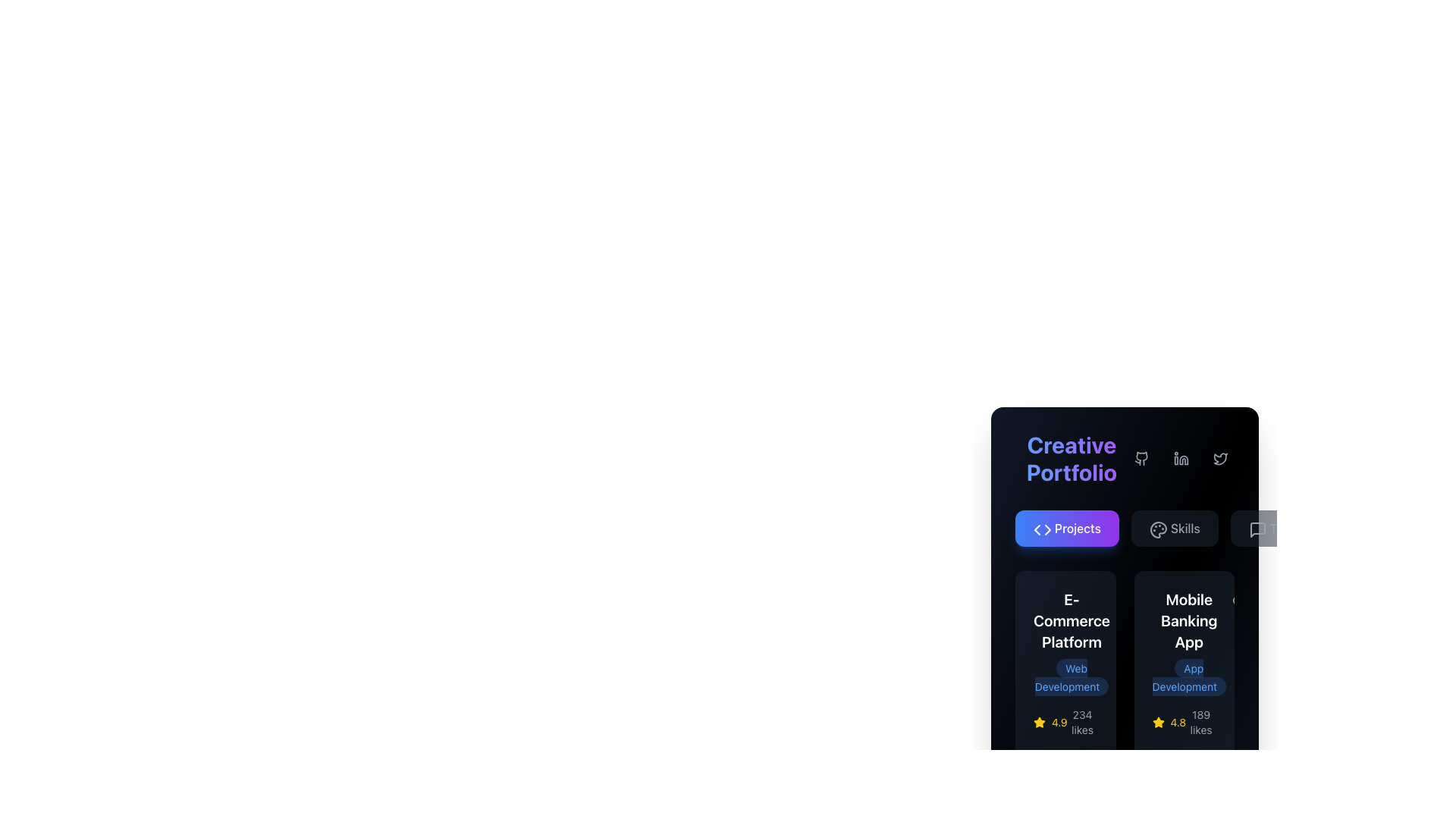 This screenshot has height=819, width=1456. Describe the element at coordinates (1142, 458) in the screenshot. I see `the GitHub icon located in the top-right corner of the 'Creative Portfolio' section` at that location.